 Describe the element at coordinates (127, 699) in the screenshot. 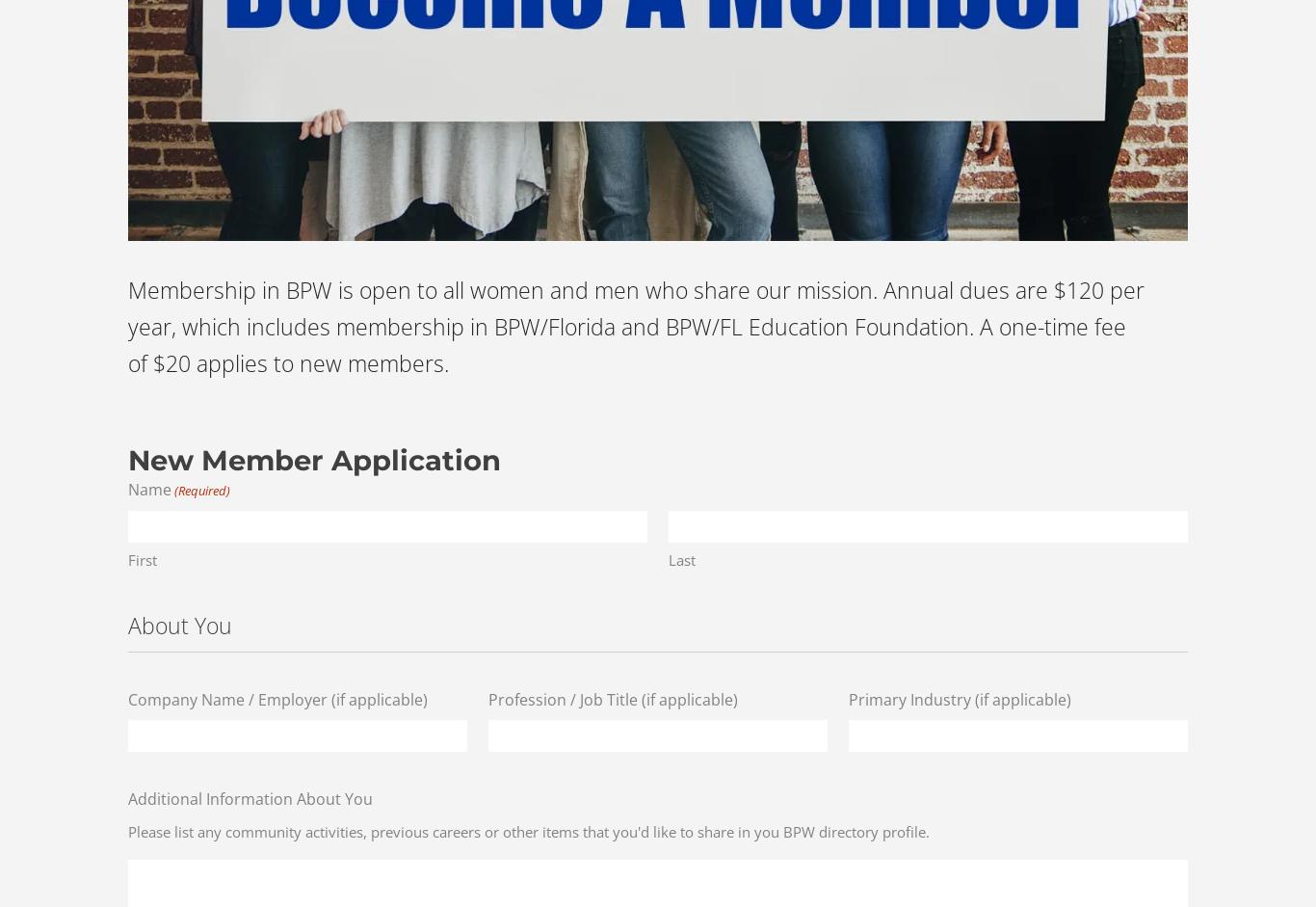

I see `'Company Name / Employer (if applicable)'` at that location.